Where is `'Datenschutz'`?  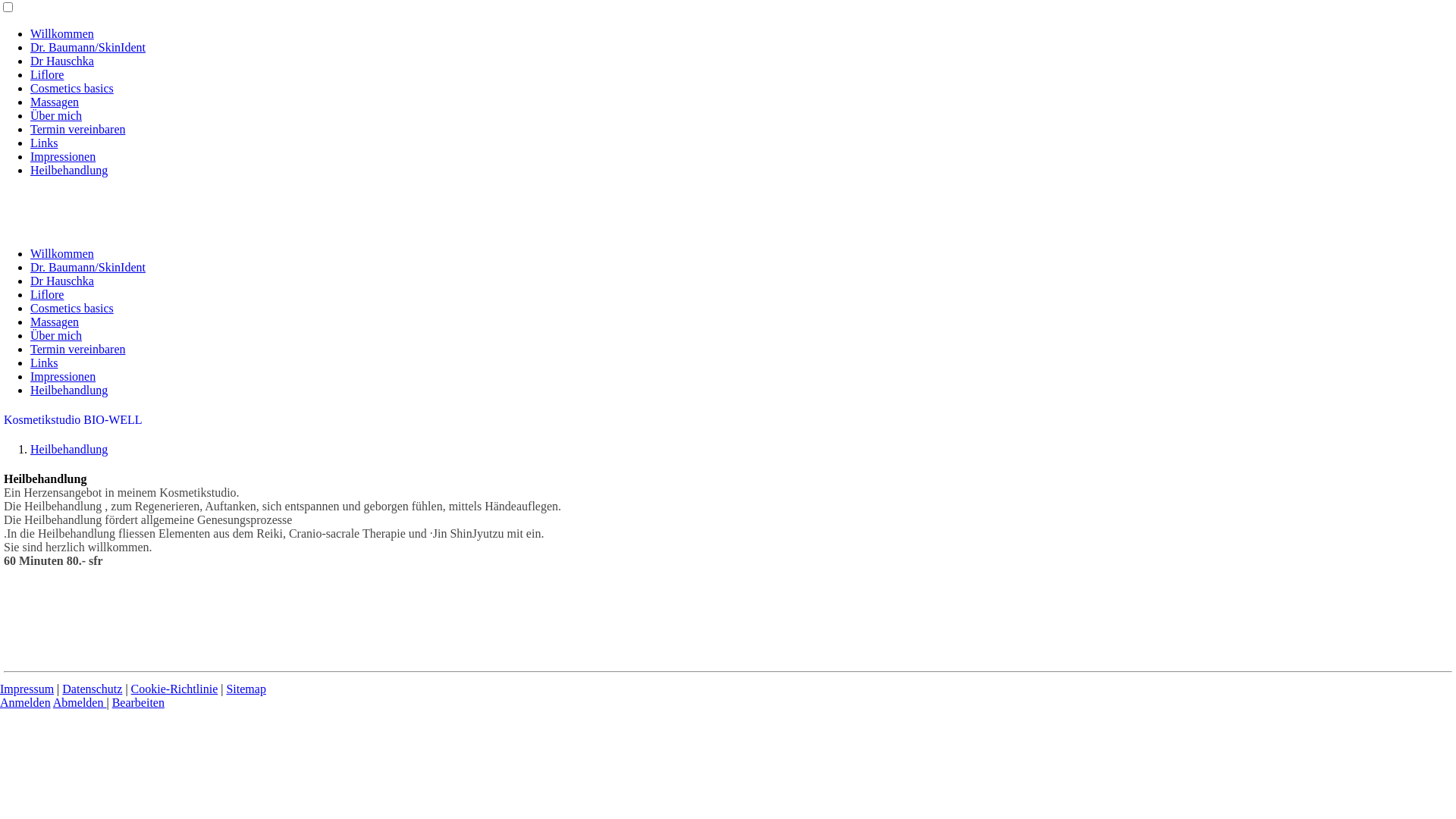
'Datenschutz' is located at coordinates (91, 689).